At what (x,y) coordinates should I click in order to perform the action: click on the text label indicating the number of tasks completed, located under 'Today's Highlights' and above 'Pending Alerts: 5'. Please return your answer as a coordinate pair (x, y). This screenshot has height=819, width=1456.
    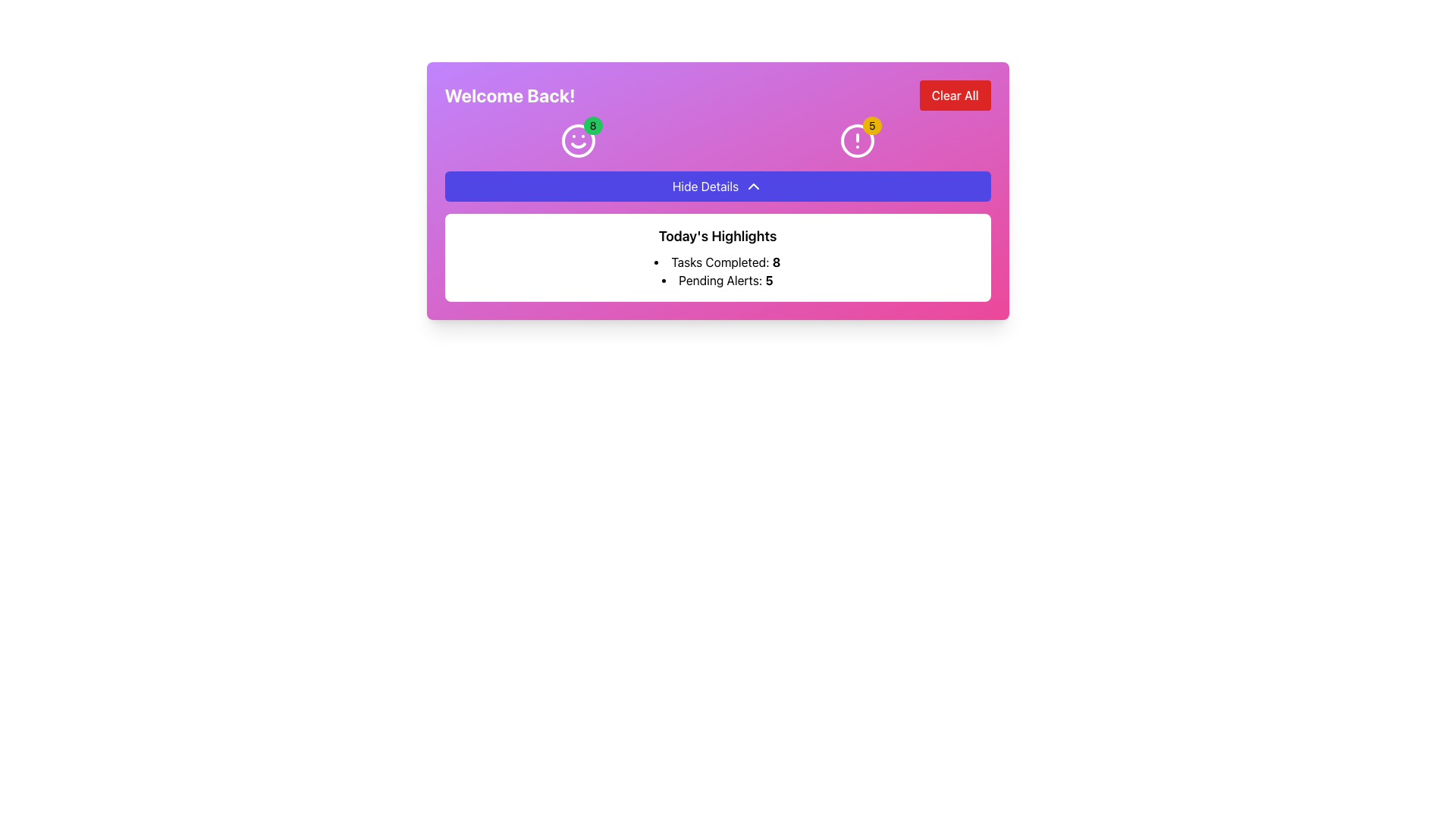
    Looking at the image, I should click on (717, 262).